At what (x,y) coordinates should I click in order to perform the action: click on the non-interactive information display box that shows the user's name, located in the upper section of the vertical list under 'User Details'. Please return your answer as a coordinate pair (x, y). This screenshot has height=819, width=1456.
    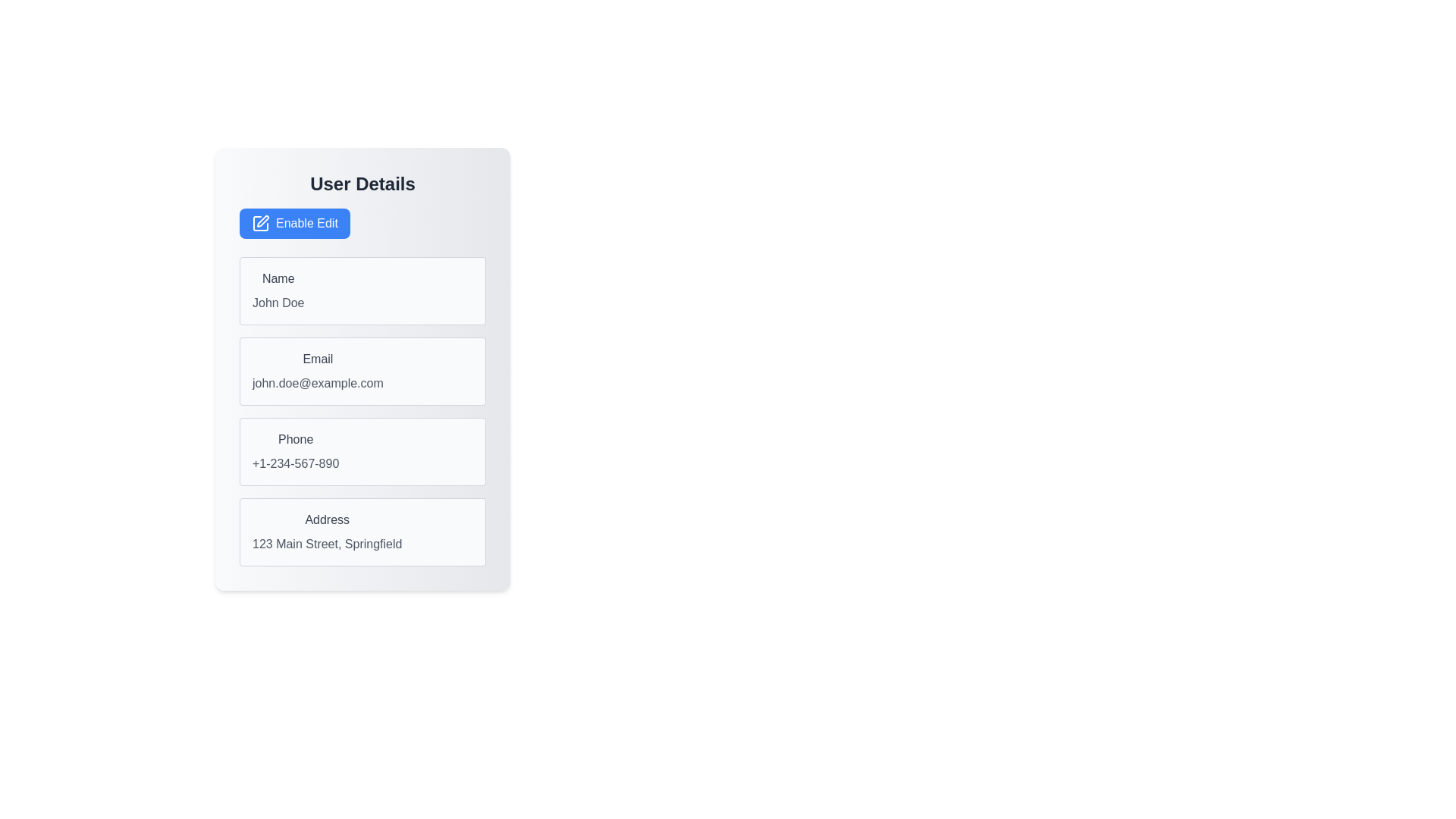
    Looking at the image, I should click on (362, 291).